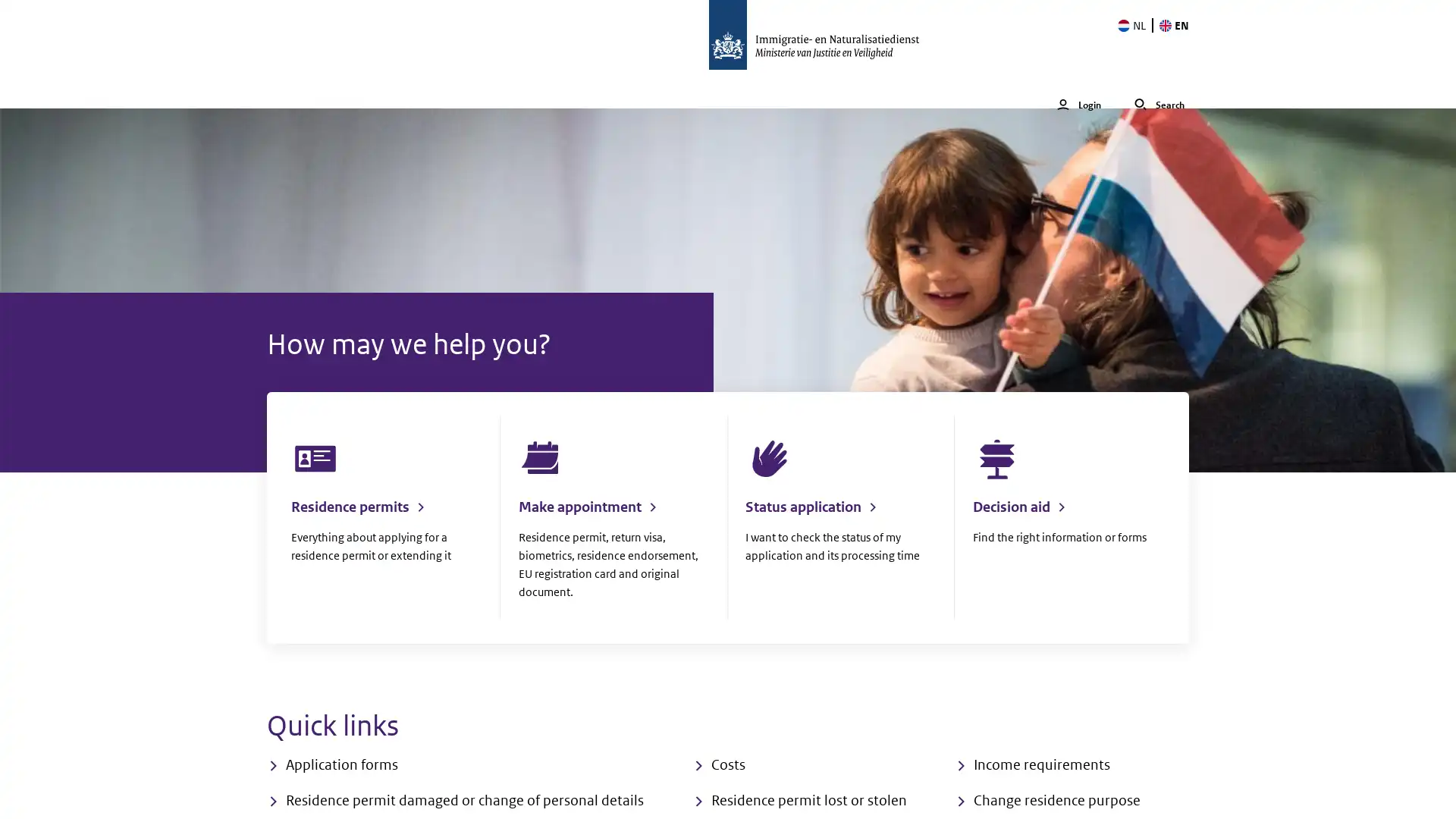 This screenshot has width=1456, height=819. Describe the element at coordinates (1078, 89) in the screenshot. I see `1 Login` at that location.